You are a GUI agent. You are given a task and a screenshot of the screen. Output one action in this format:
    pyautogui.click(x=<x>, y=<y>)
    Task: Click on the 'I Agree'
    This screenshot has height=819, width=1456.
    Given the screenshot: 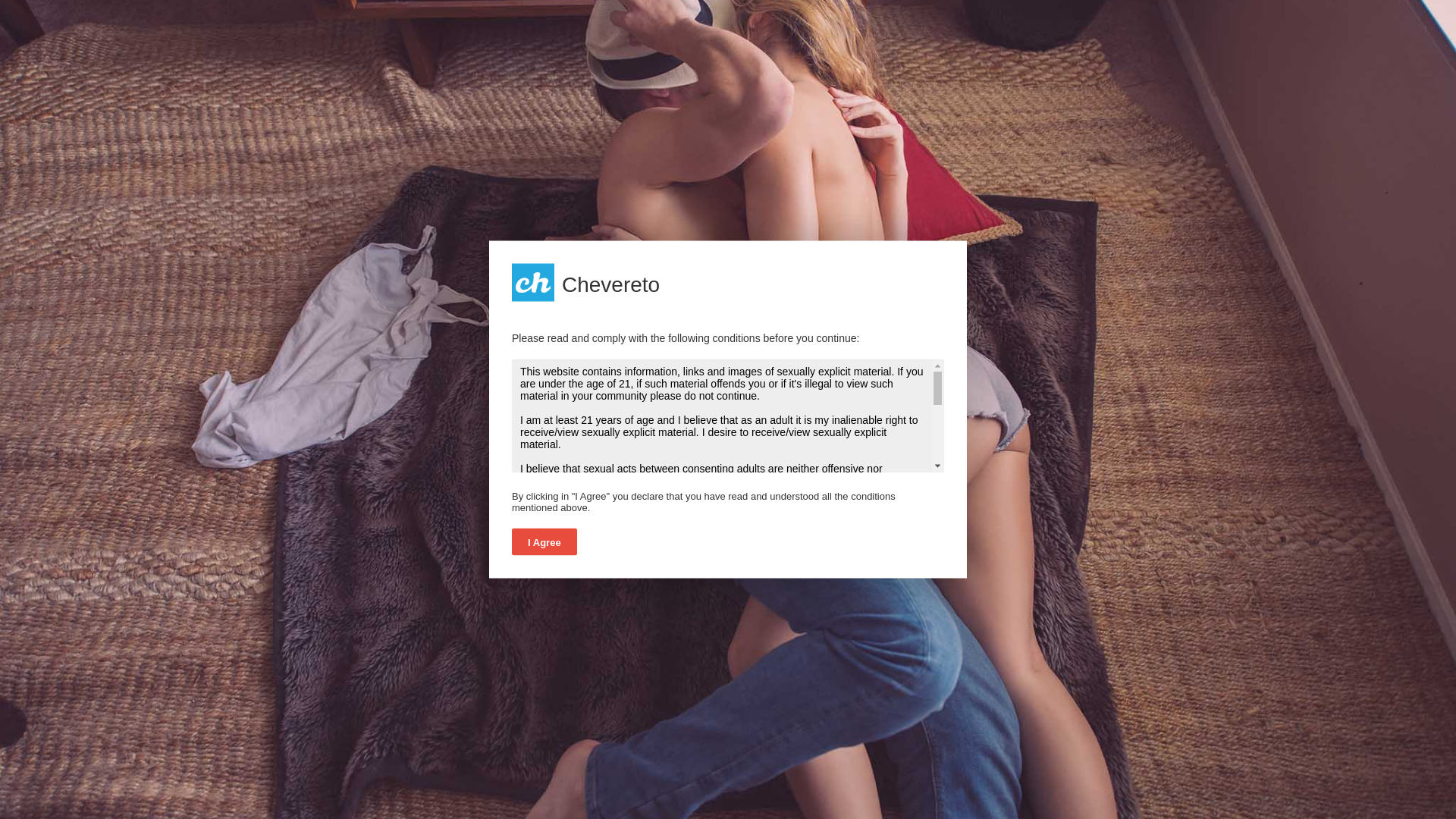 What is the action you would take?
    pyautogui.click(x=544, y=540)
    